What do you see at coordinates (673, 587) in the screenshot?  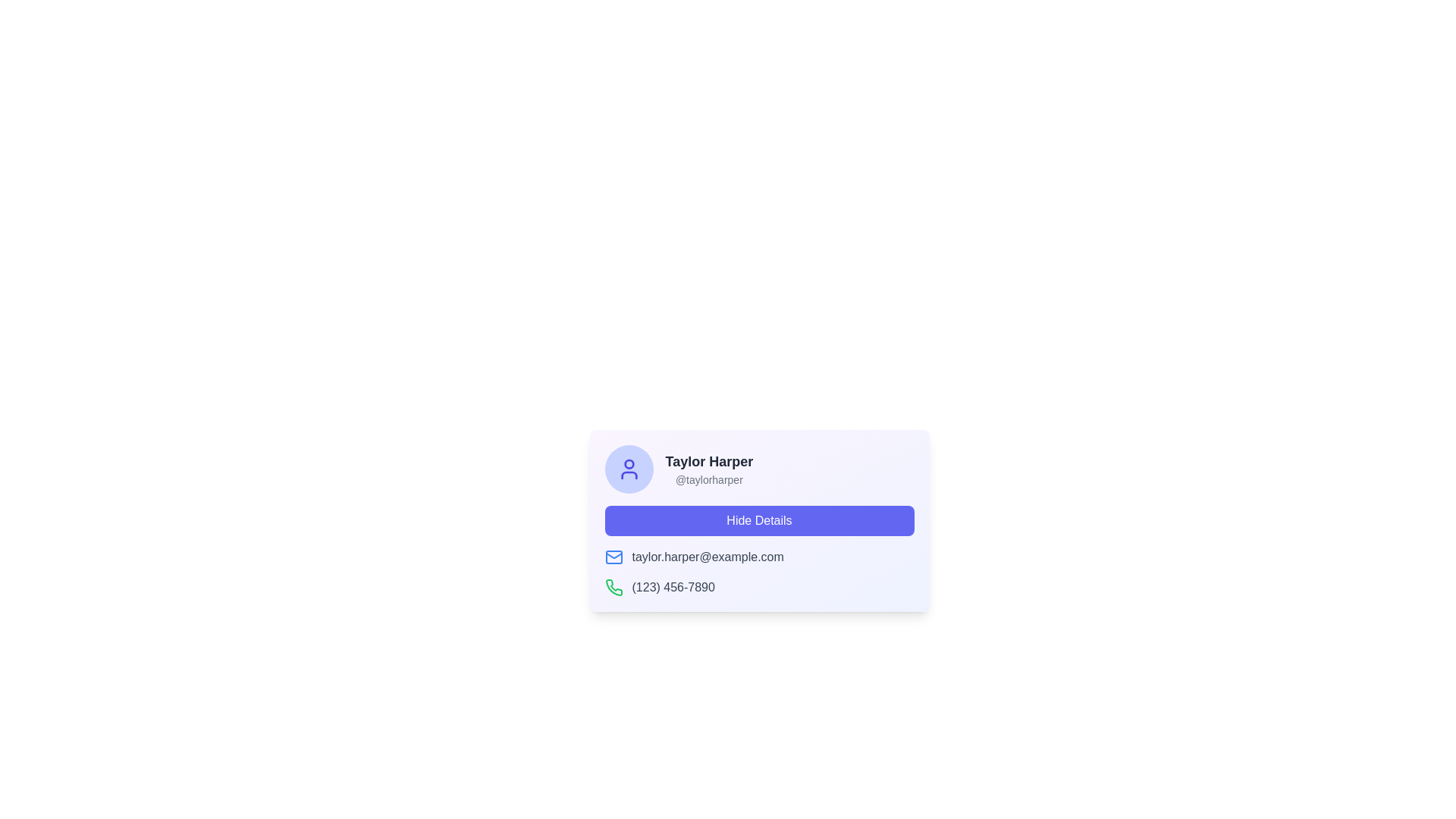 I see `the static text displaying the phone number '(123) 456-7890', which is styled in gray and located to the right of a green-colored phone icon` at bounding box center [673, 587].